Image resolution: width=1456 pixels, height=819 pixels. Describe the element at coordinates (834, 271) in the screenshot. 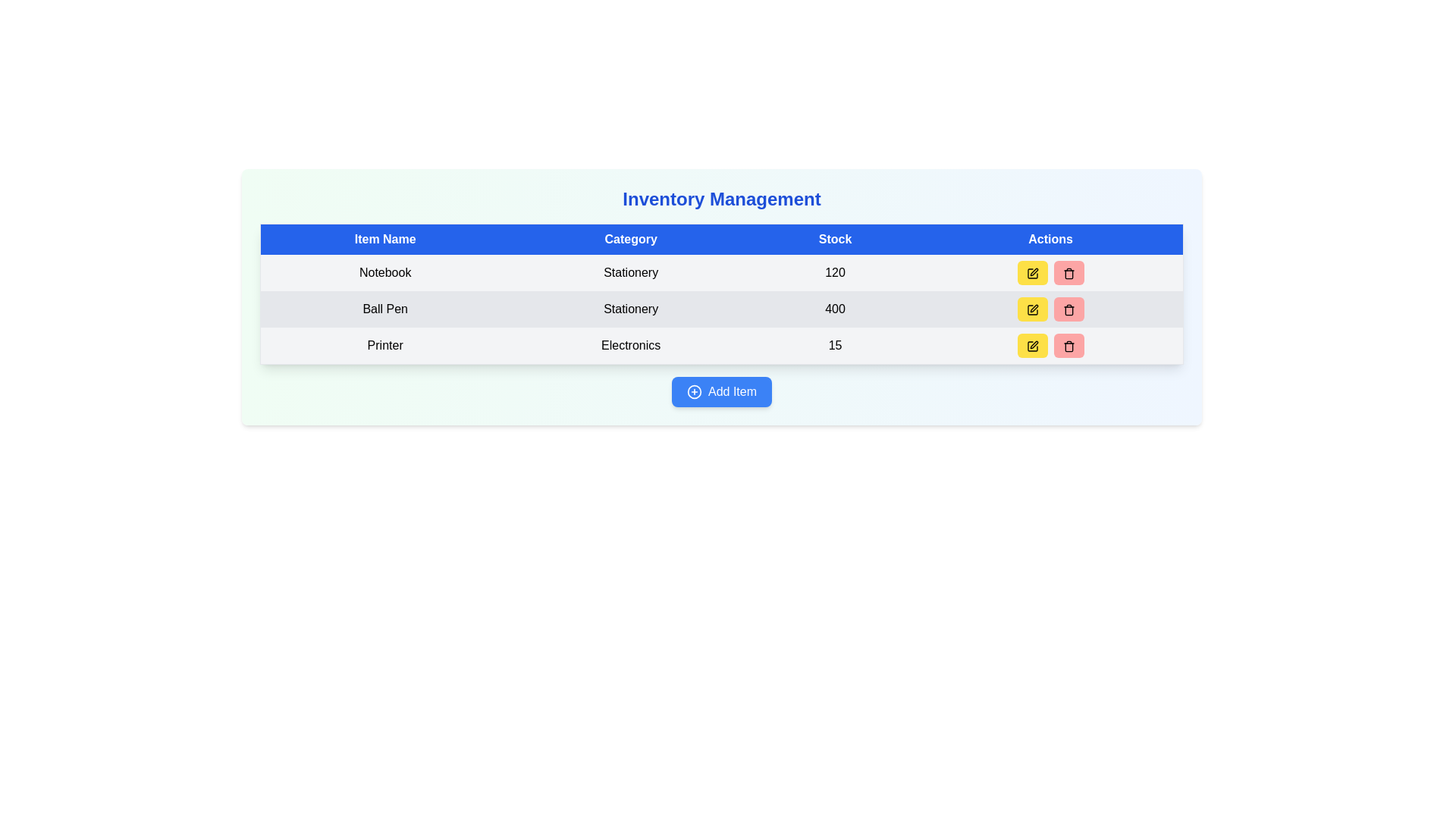

I see `the text label displaying '120' in the third column of the first row under the 'Stock' header` at that location.